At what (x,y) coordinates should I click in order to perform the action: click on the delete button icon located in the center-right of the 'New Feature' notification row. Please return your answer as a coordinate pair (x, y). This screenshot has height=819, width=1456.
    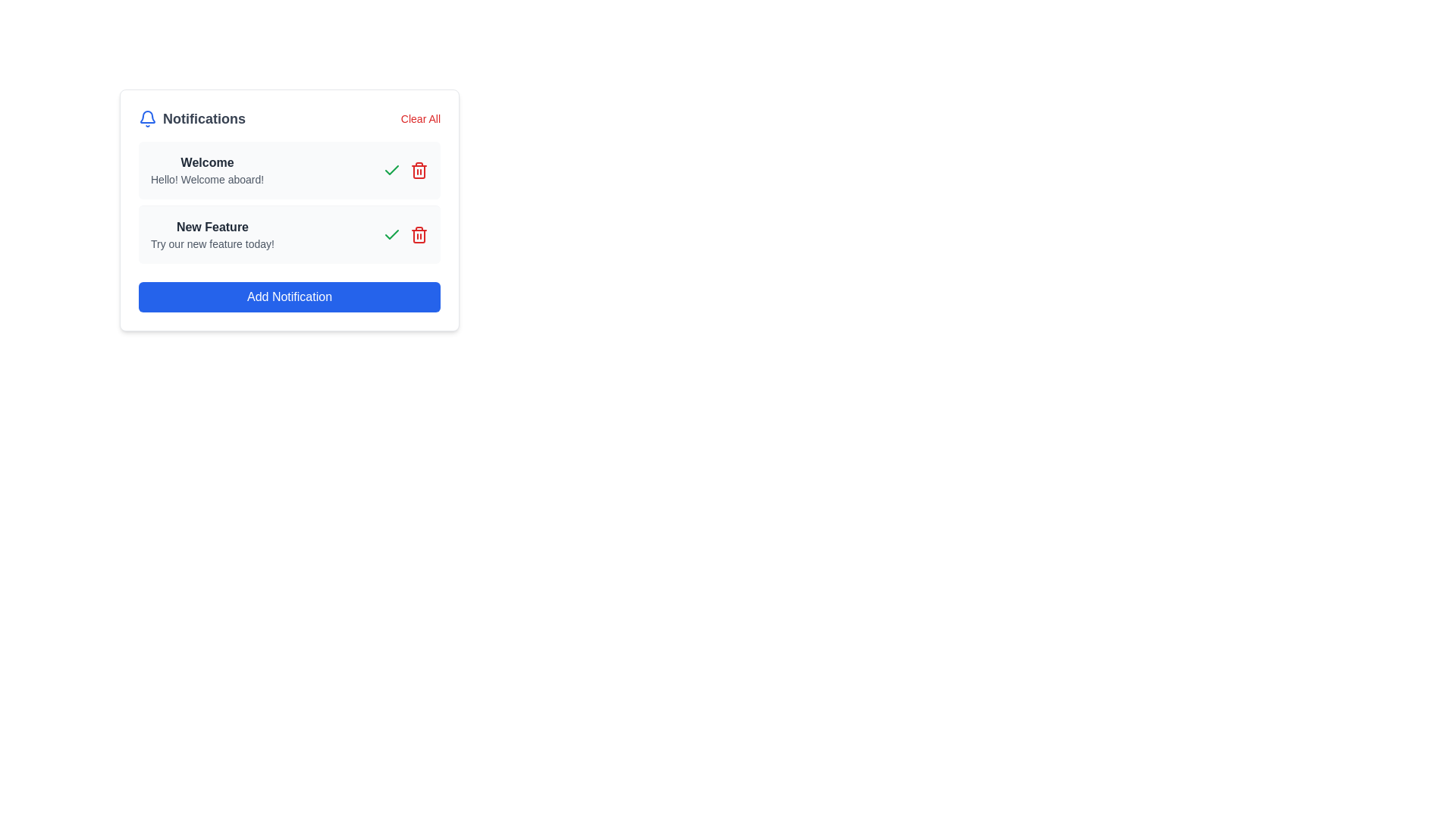
    Looking at the image, I should click on (419, 234).